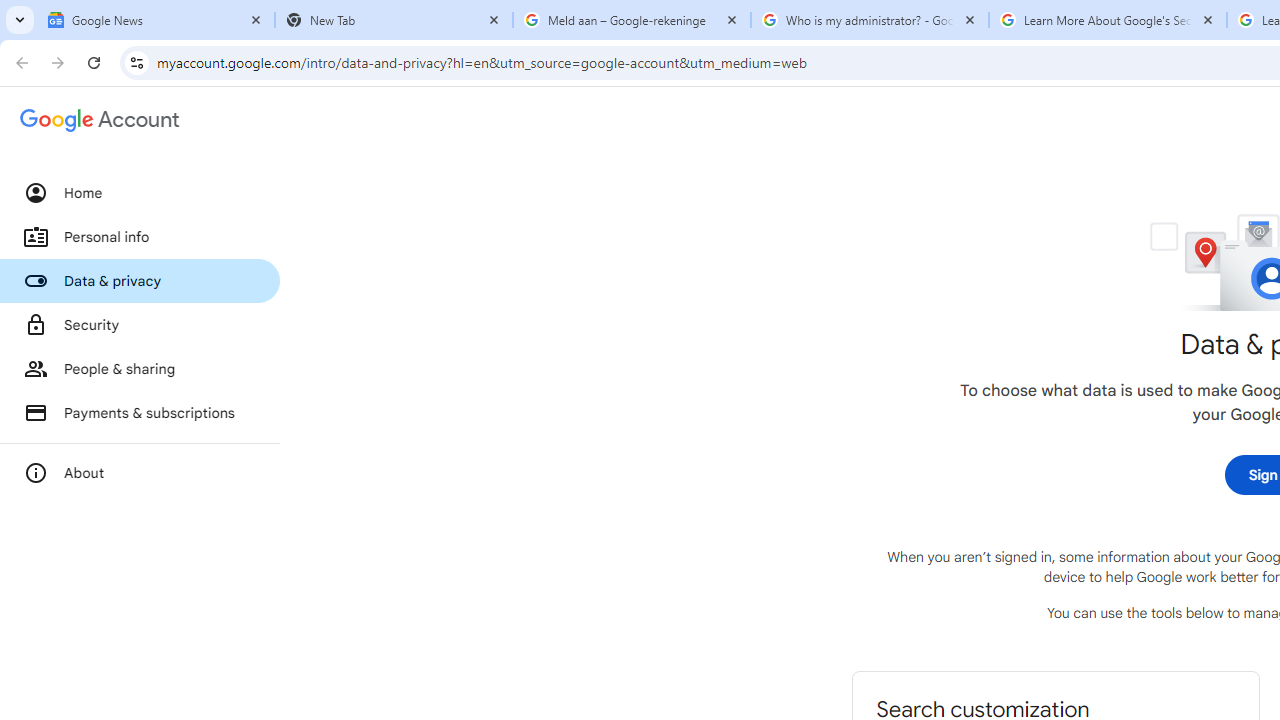 The image size is (1280, 720). Describe the element at coordinates (870, 20) in the screenshot. I see `'Who is my administrator? - Google Account Help'` at that location.